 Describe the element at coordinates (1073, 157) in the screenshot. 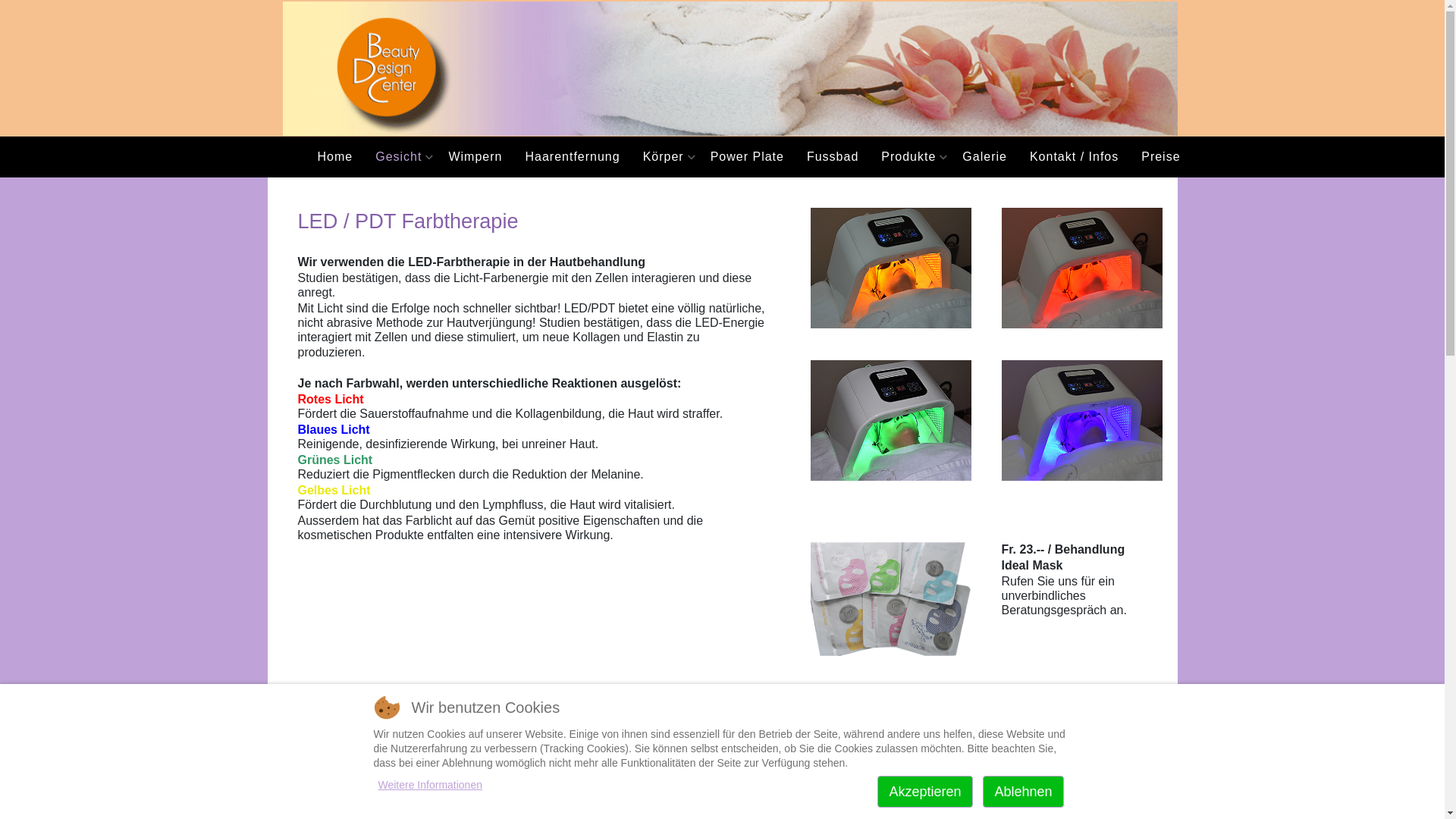

I see `'Kontakt / Infos'` at that location.